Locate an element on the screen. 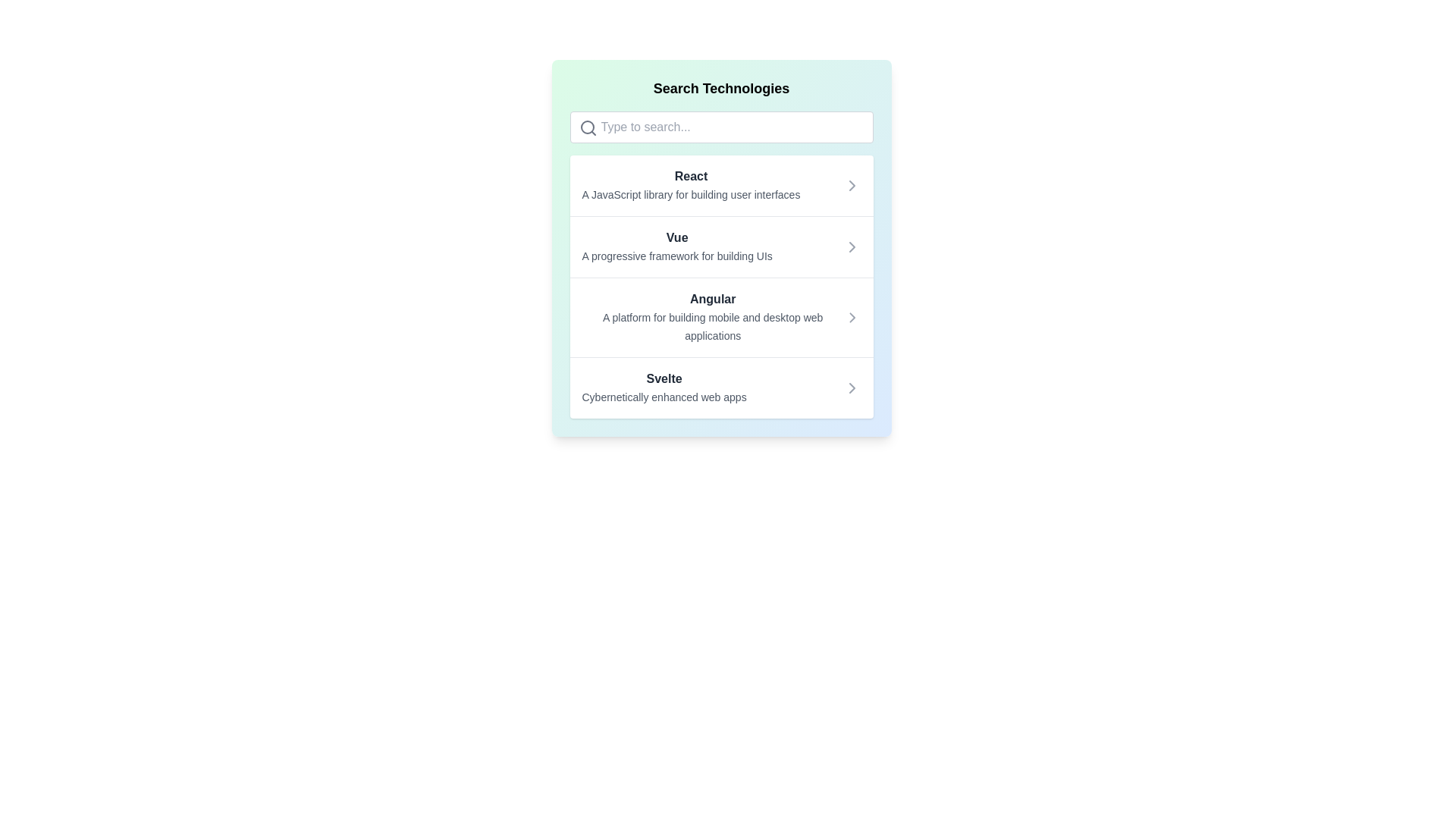  the List item that states 'Svelte' with the description 'Cybernetically enhanced web apps' is located at coordinates (720, 387).